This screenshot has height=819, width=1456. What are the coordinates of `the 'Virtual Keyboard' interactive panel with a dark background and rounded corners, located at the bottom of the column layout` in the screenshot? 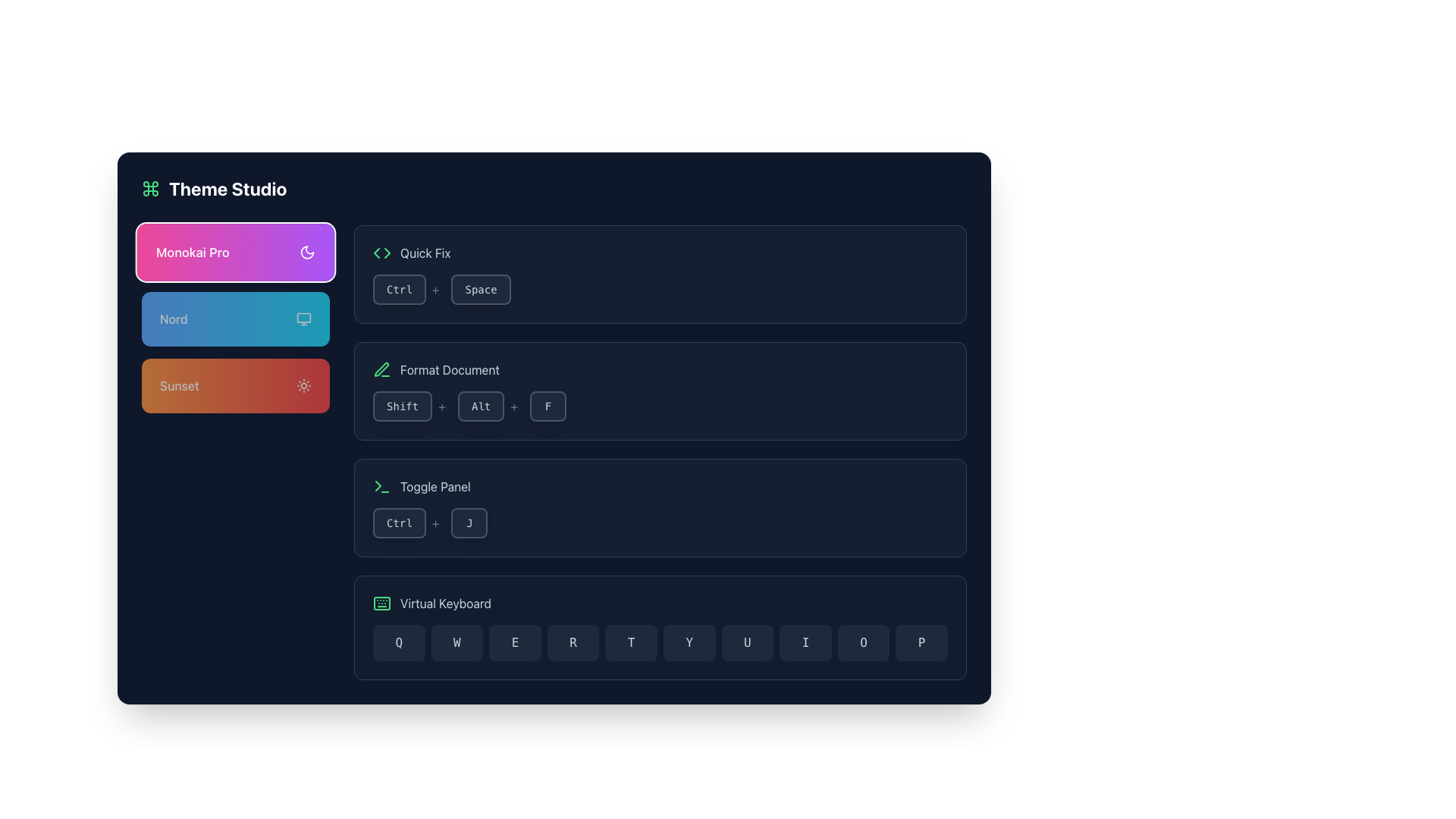 It's located at (660, 628).